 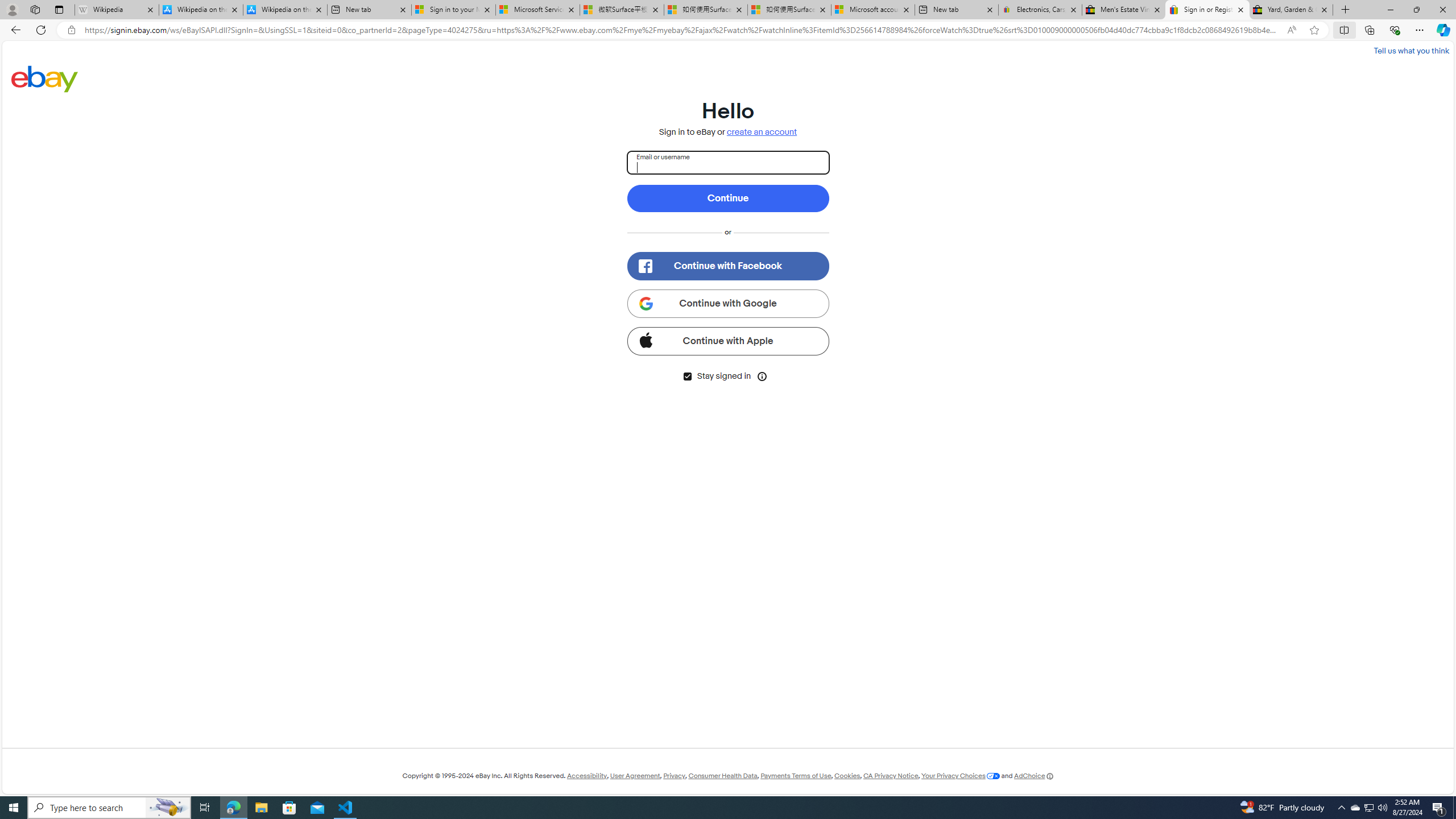 What do you see at coordinates (728, 162) in the screenshot?
I see `'Email or username'` at bounding box center [728, 162].